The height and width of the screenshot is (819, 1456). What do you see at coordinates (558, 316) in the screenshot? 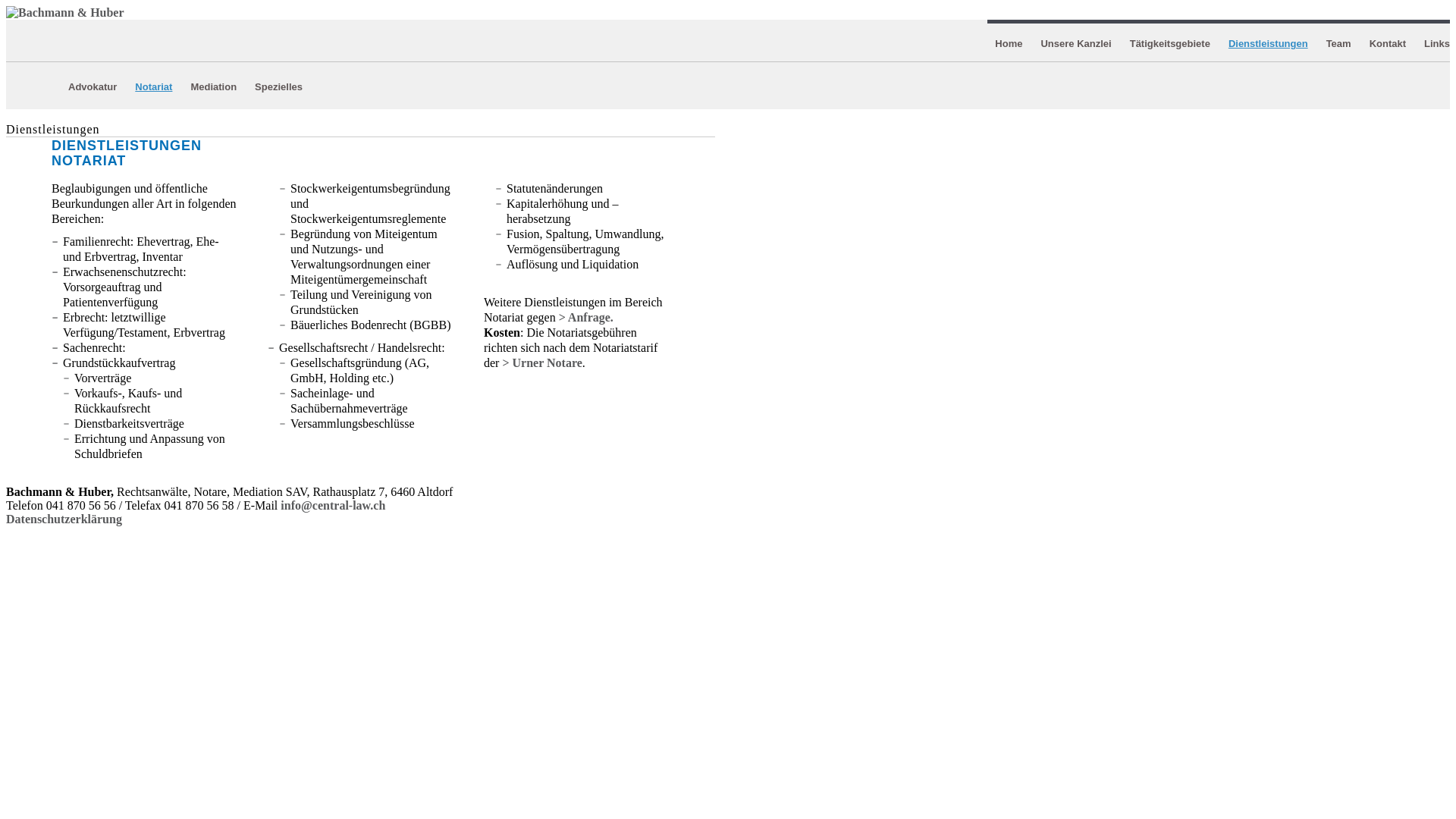
I see `'> Anfrage.'` at bounding box center [558, 316].